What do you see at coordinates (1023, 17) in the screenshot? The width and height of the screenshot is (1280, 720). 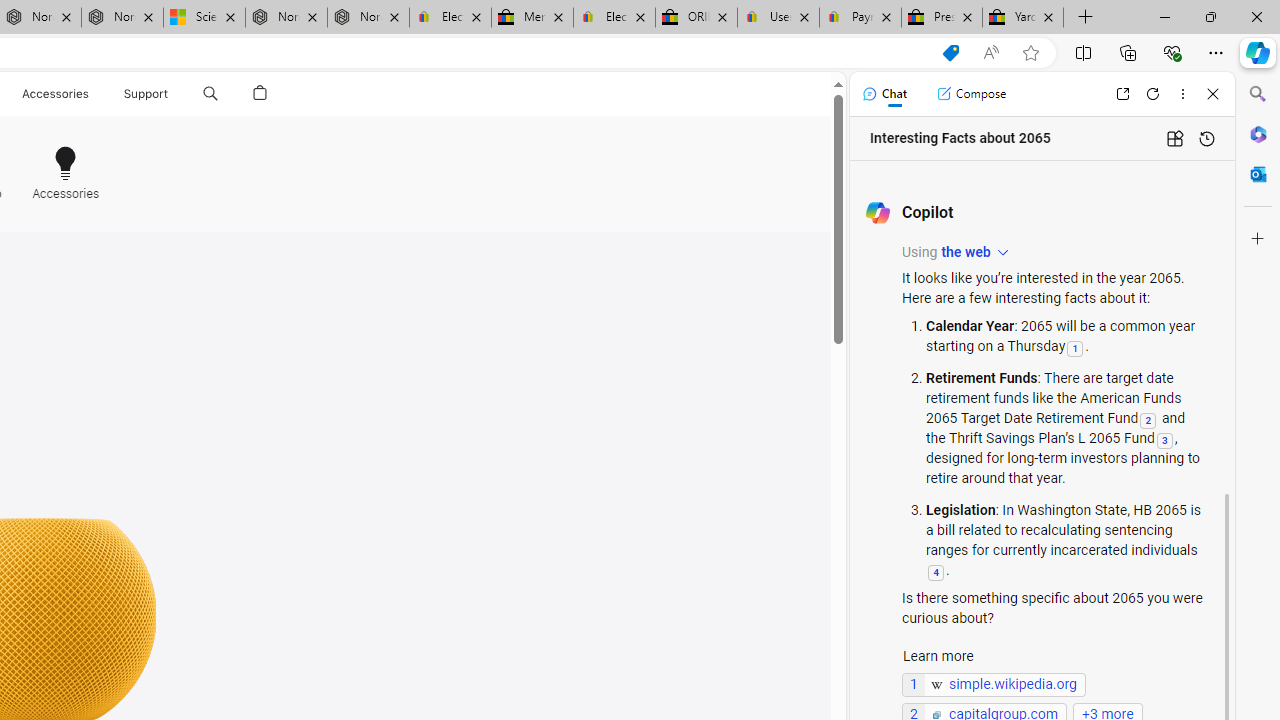 I see `'Yard, Garden & Outdoor Living'` at bounding box center [1023, 17].